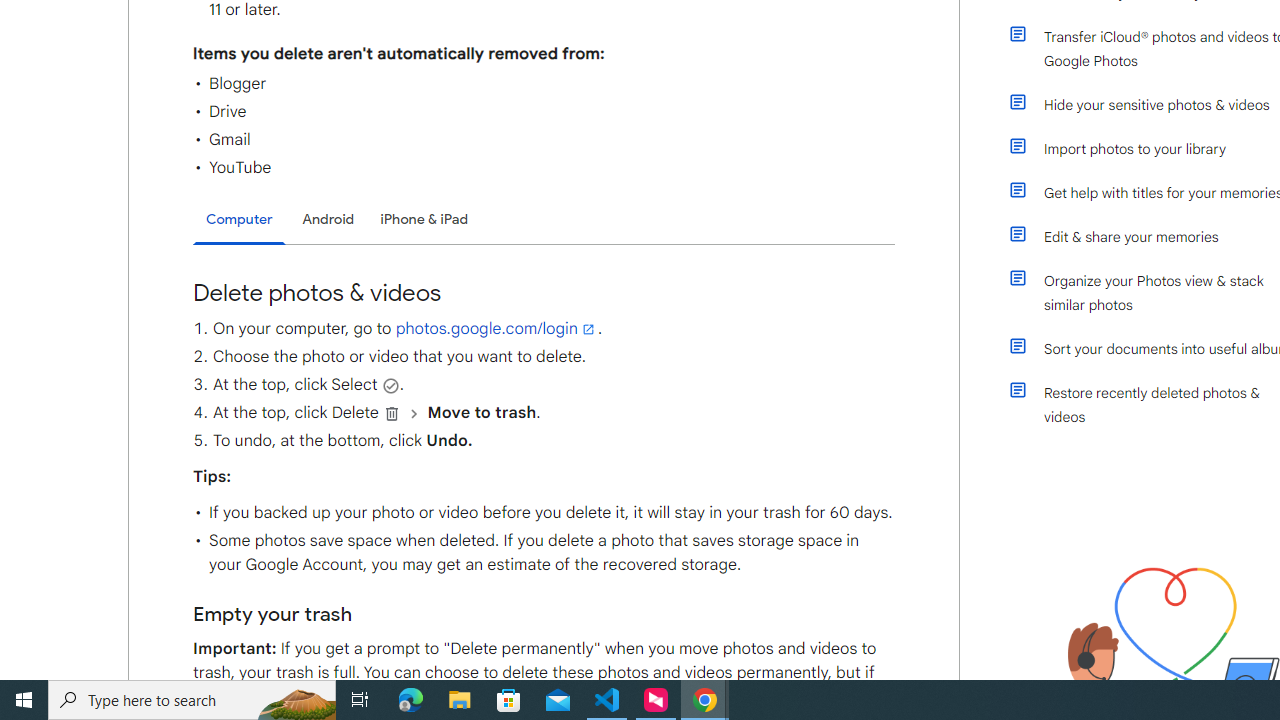 The image size is (1280, 720). What do you see at coordinates (413, 412) in the screenshot?
I see `'and then'` at bounding box center [413, 412].